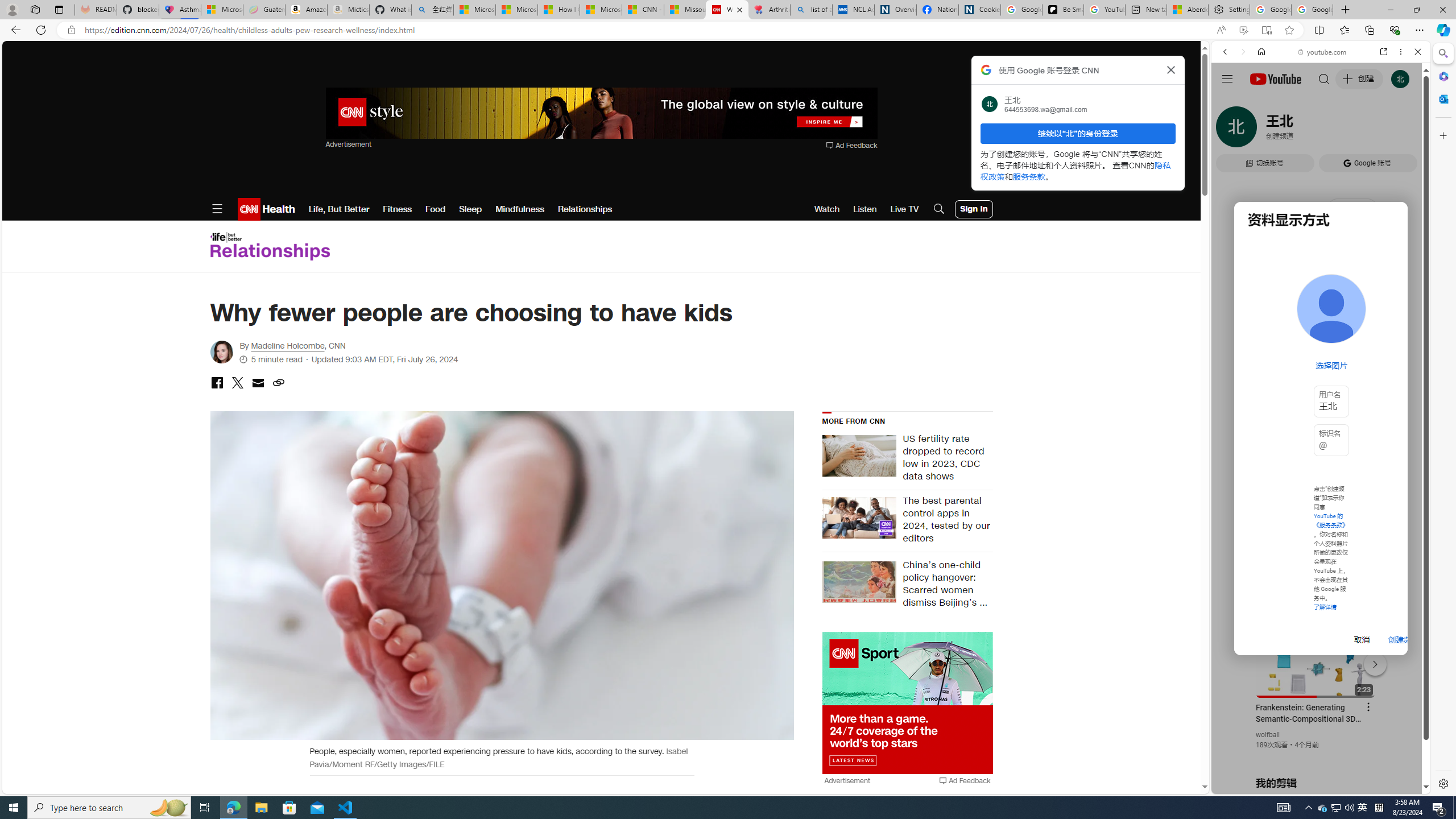 The width and height of the screenshot is (1456, 819). What do you see at coordinates (216, 209) in the screenshot?
I see `'Open Menu Icon'` at bounding box center [216, 209].